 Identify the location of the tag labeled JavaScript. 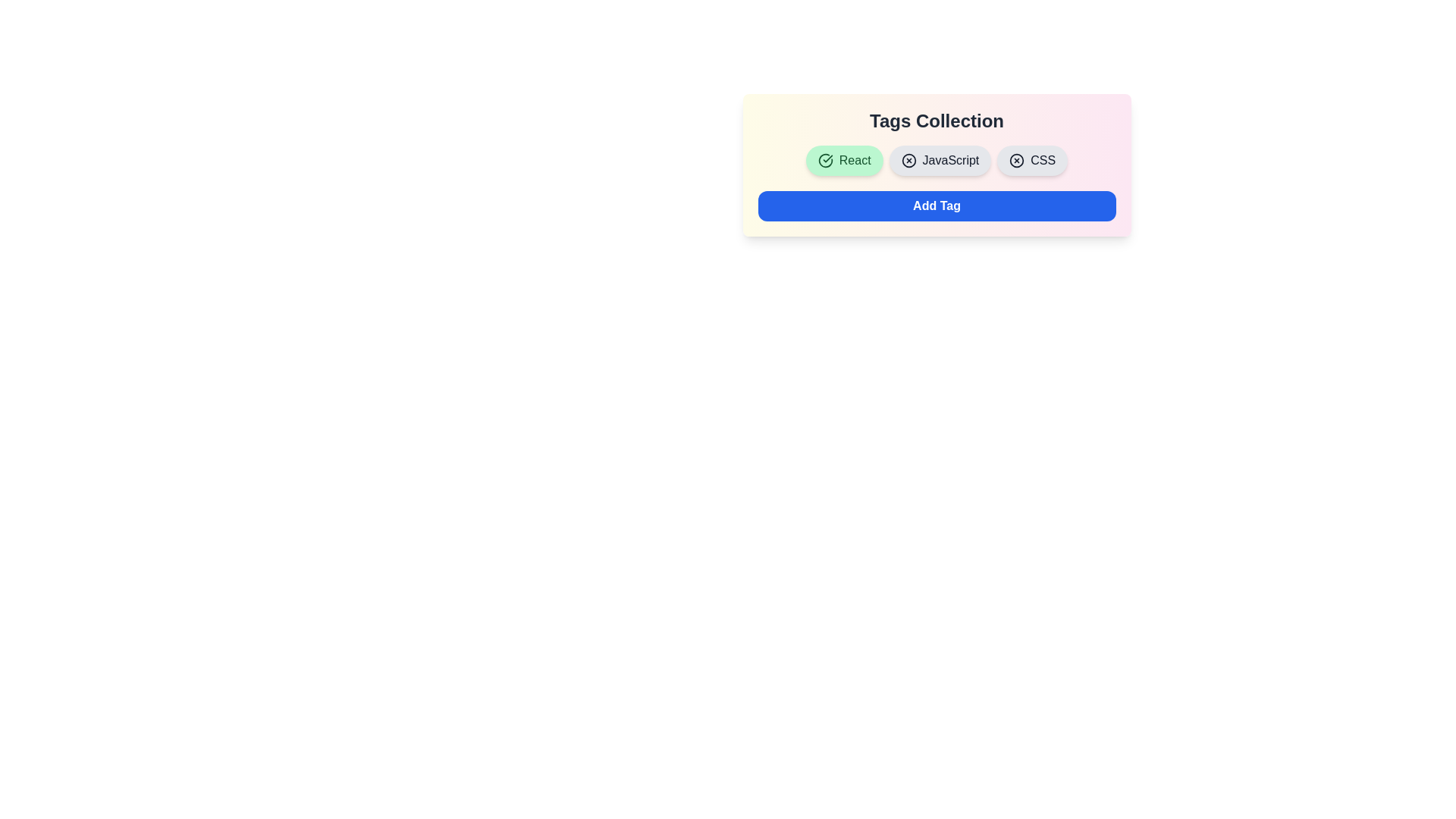
(939, 161).